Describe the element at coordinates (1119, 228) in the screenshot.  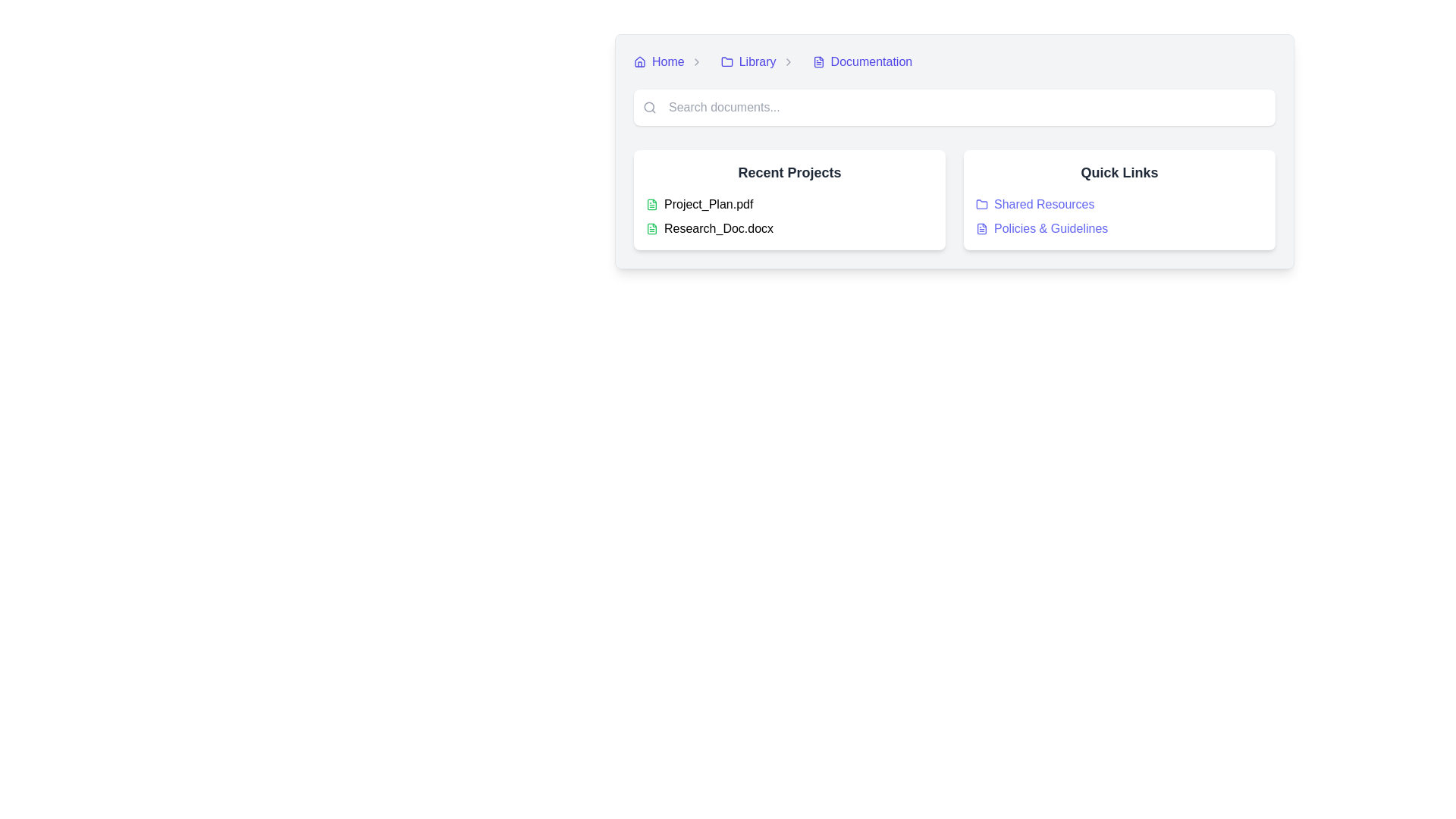
I see `the icon of the hyperlink positioned below the 'Shared Resources' hyperlink in the 'Quick Links' column of the 'Shared Resources Policies & Guidelines' section` at that location.